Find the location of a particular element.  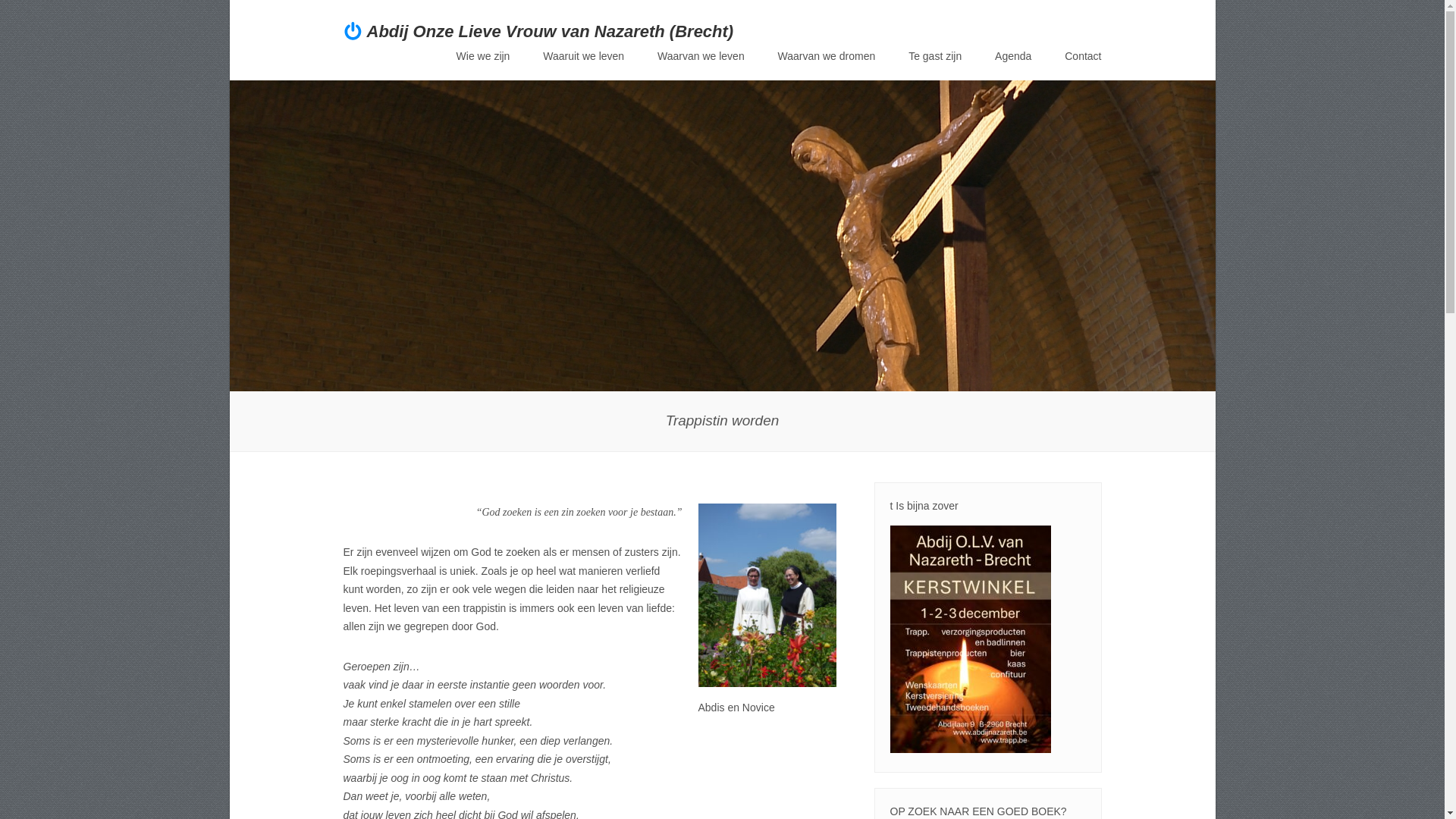

'Waarvan we dromen' is located at coordinates (826, 55).